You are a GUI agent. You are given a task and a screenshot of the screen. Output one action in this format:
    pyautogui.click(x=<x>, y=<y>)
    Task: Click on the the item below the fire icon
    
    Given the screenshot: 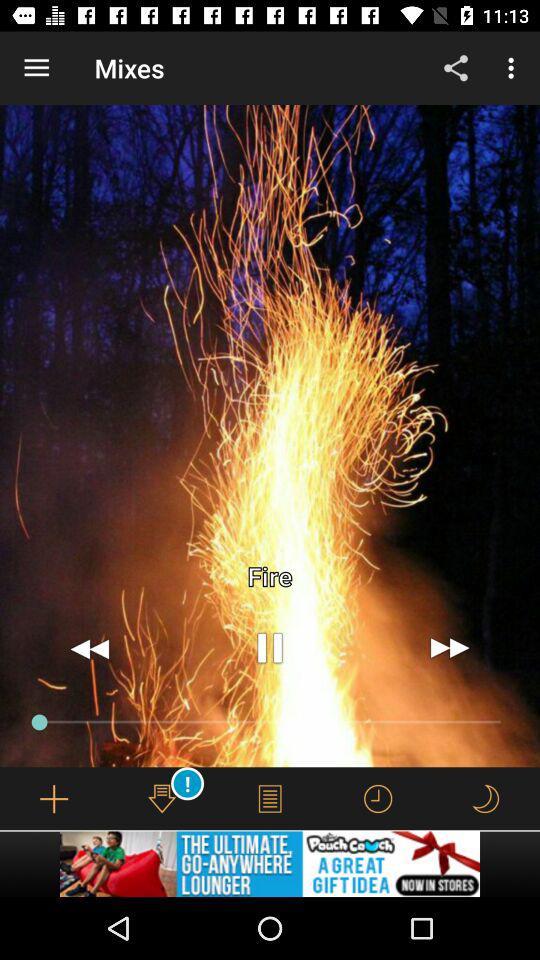 What is the action you would take?
    pyautogui.click(x=270, y=647)
    